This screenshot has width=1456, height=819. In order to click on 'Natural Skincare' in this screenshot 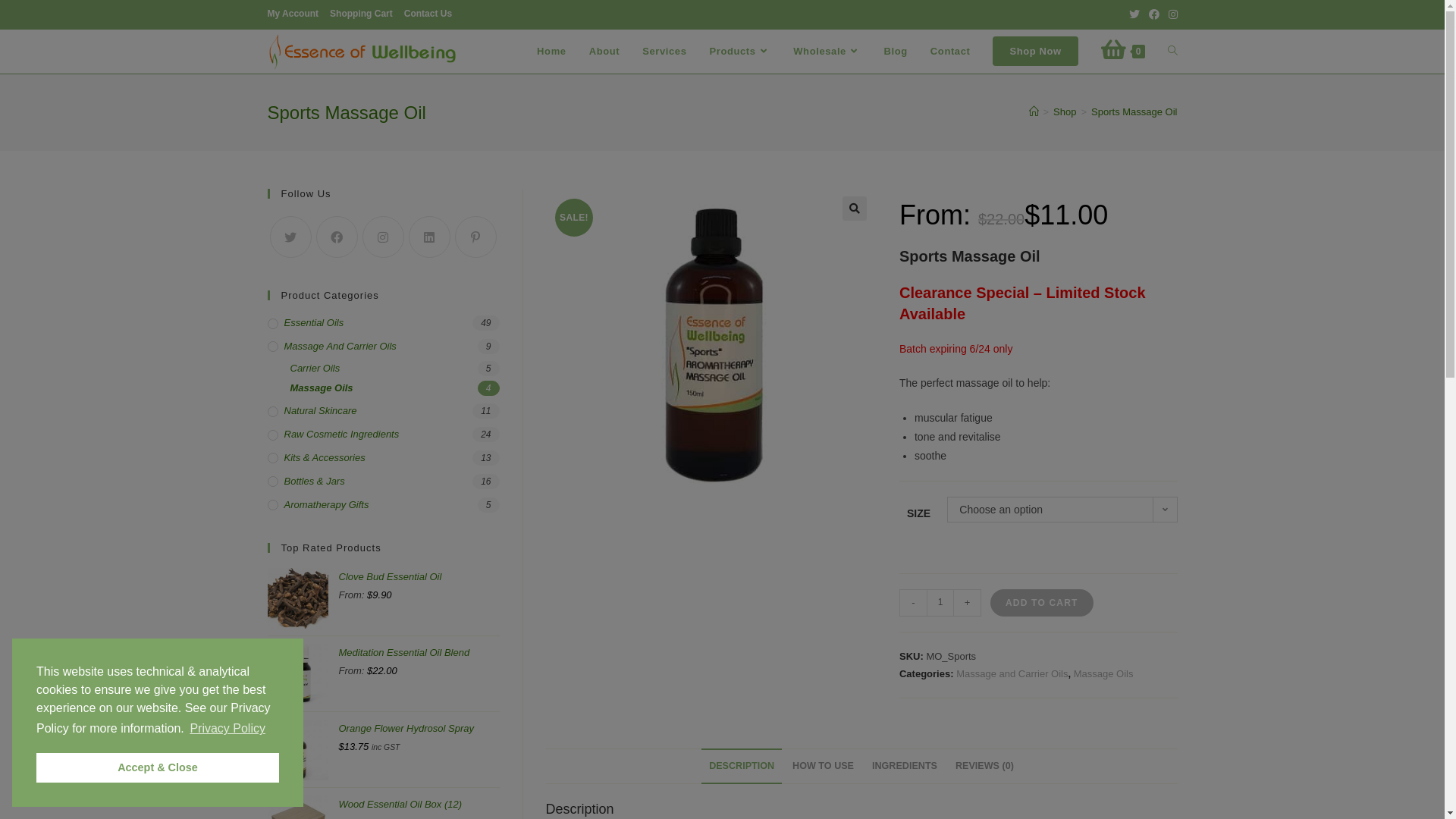, I will do `click(266, 411)`.